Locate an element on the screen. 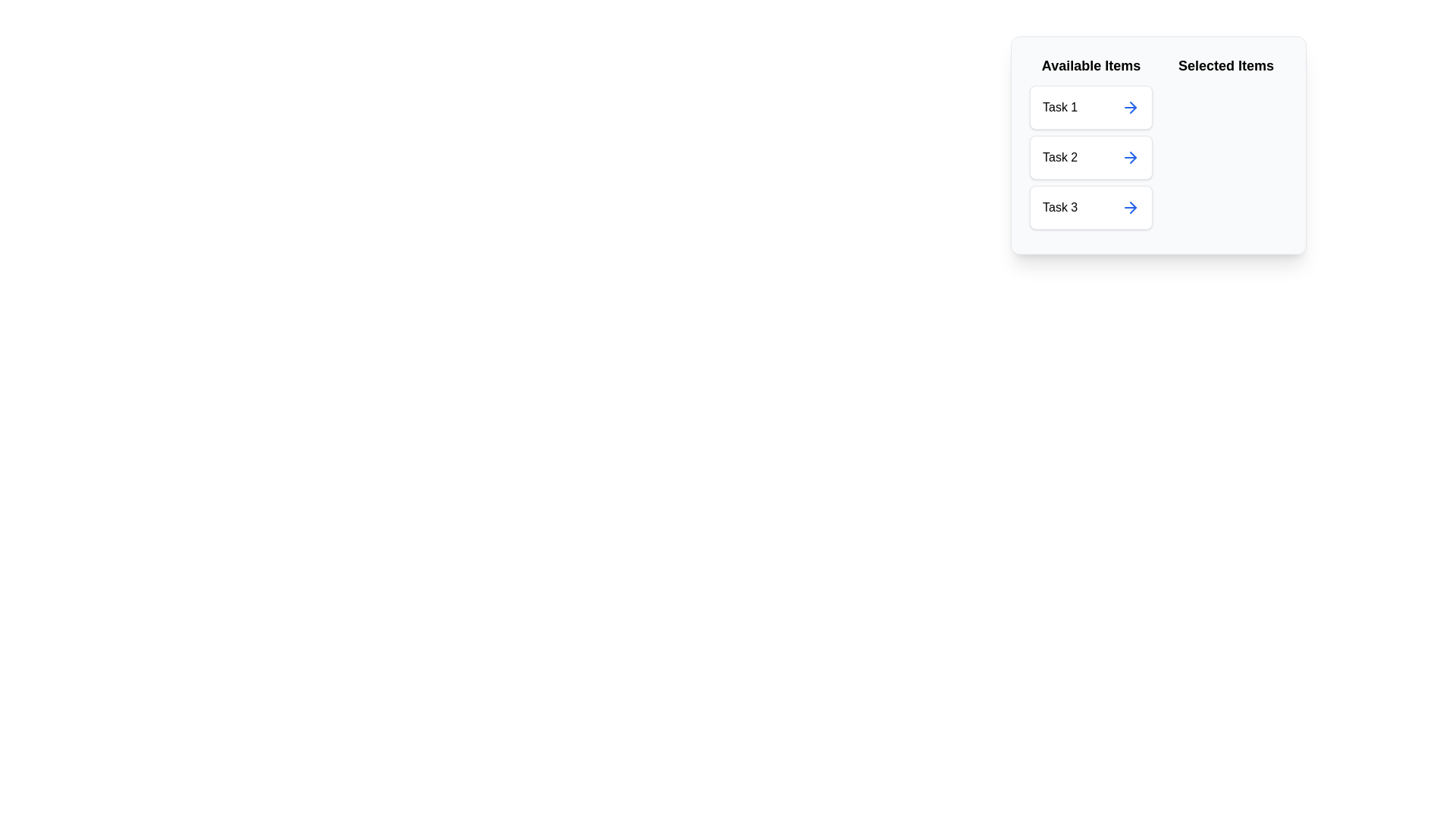 This screenshot has width=1456, height=819. the 'Task 2' button in the 'Available Items' section is located at coordinates (1090, 158).